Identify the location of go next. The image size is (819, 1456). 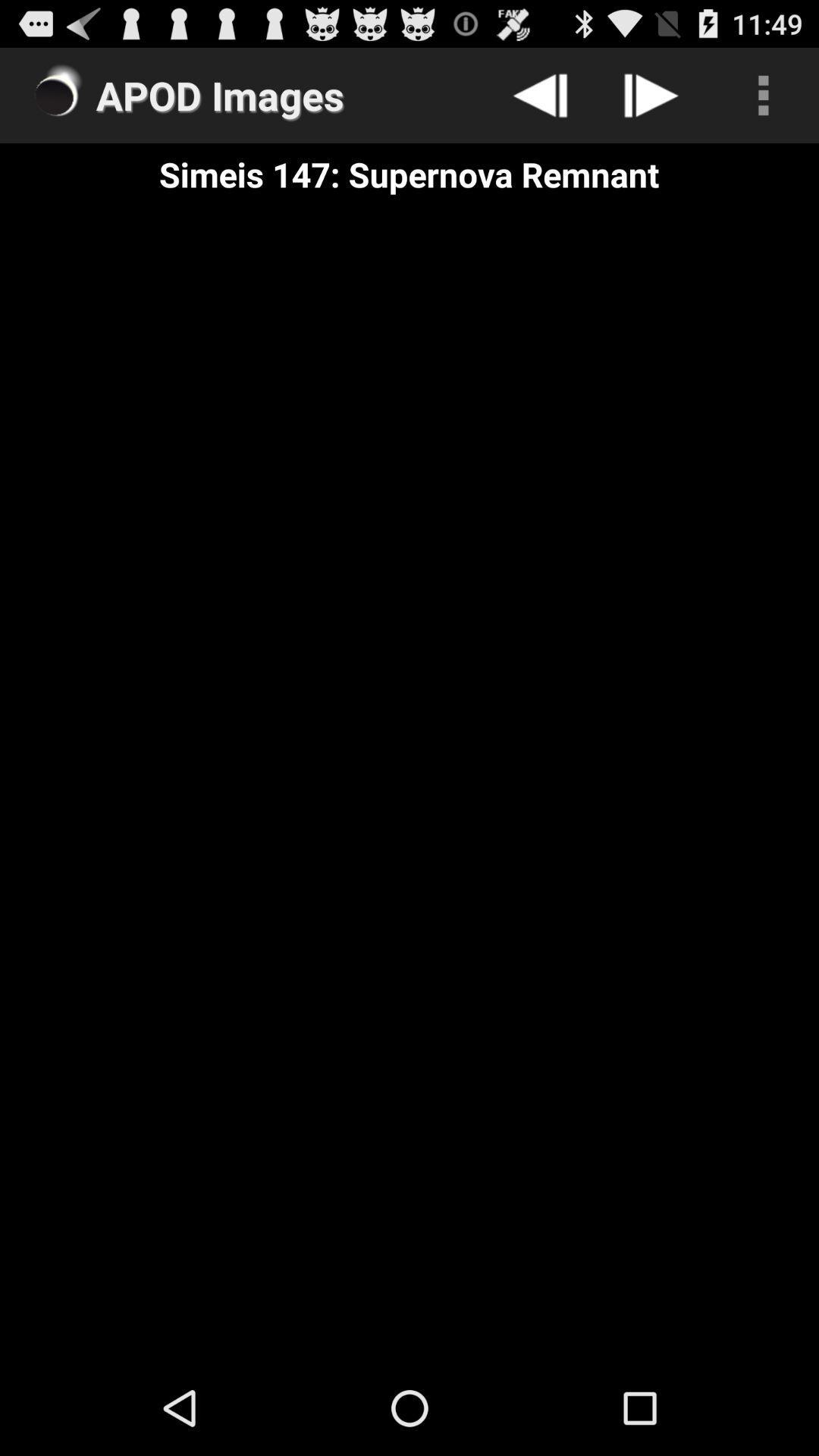
(651, 94).